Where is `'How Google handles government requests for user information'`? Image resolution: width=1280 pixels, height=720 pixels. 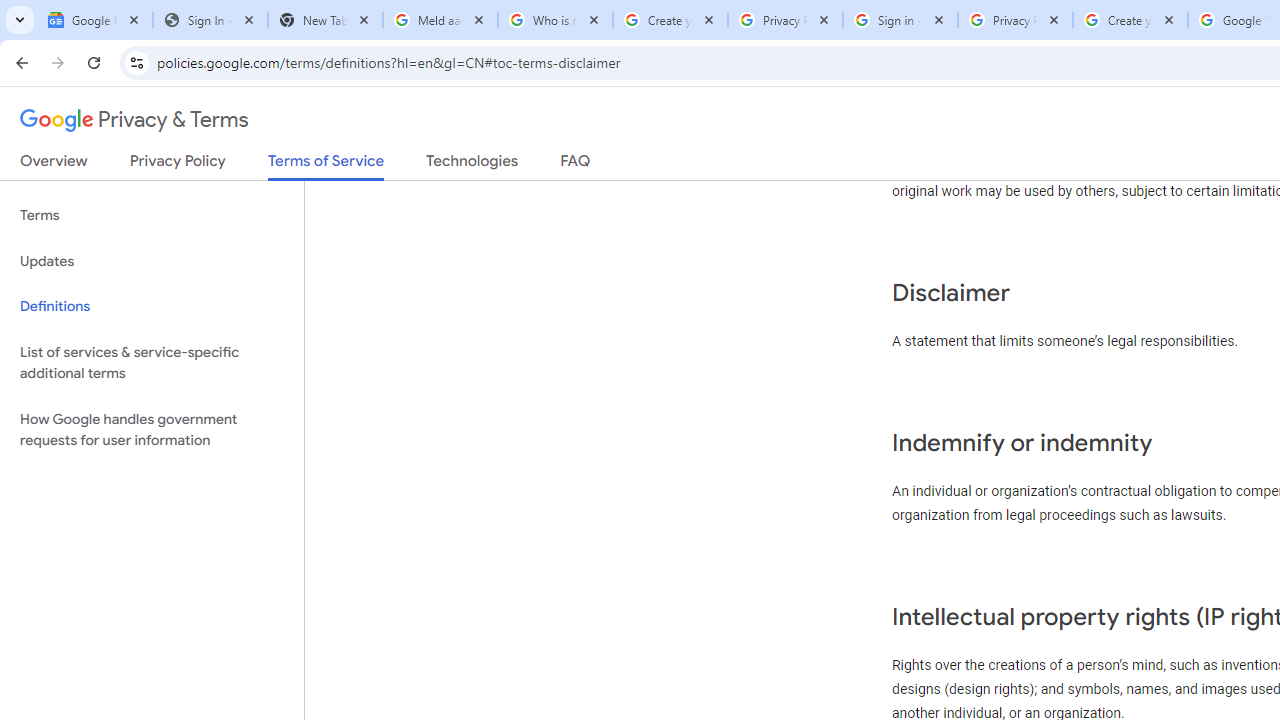
'How Google handles government requests for user information' is located at coordinates (151, 428).